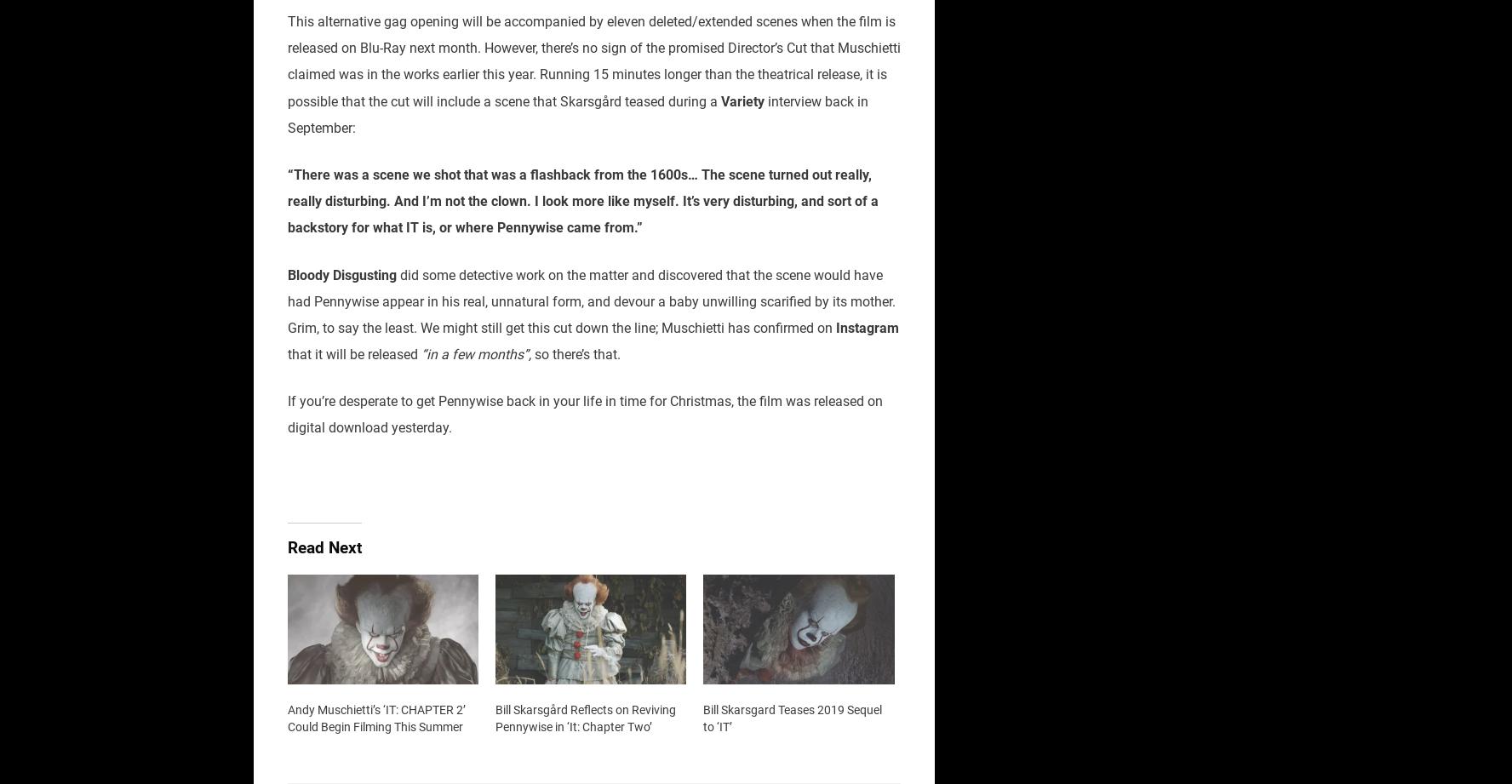  What do you see at coordinates (591, 34) in the screenshot?
I see `'This alternative gag opening will be accompanied by eleven deleted/extended scenes when the film is released on Blu-Ray next month.'` at bounding box center [591, 34].